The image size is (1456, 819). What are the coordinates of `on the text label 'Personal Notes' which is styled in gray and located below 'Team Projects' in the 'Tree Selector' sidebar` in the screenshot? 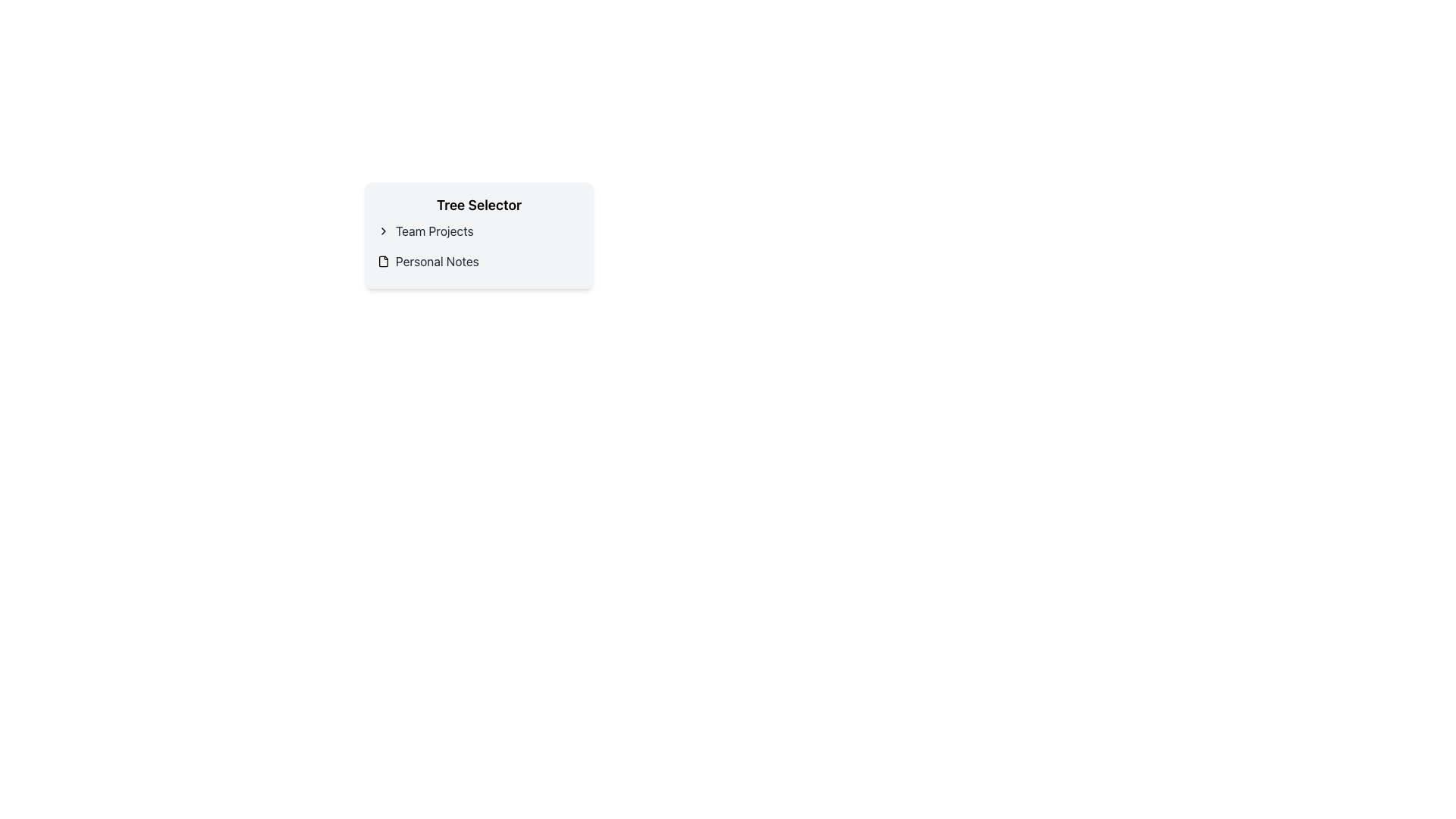 It's located at (436, 260).